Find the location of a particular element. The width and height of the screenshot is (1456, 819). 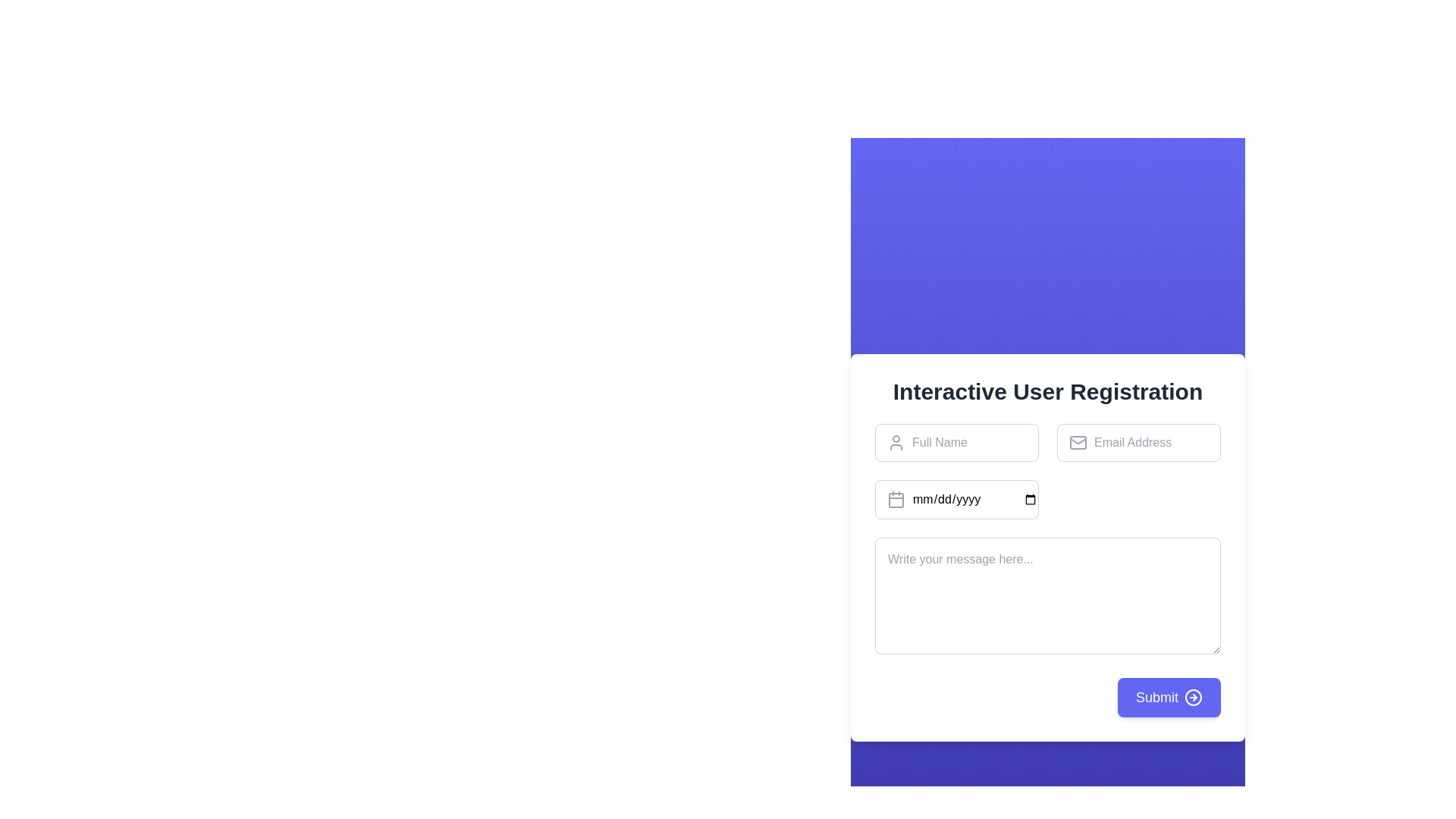

the user profile icon, which is a circular avatar styled in gray outline, positioned to the left of the 'Full Name' text input field is located at coordinates (896, 442).